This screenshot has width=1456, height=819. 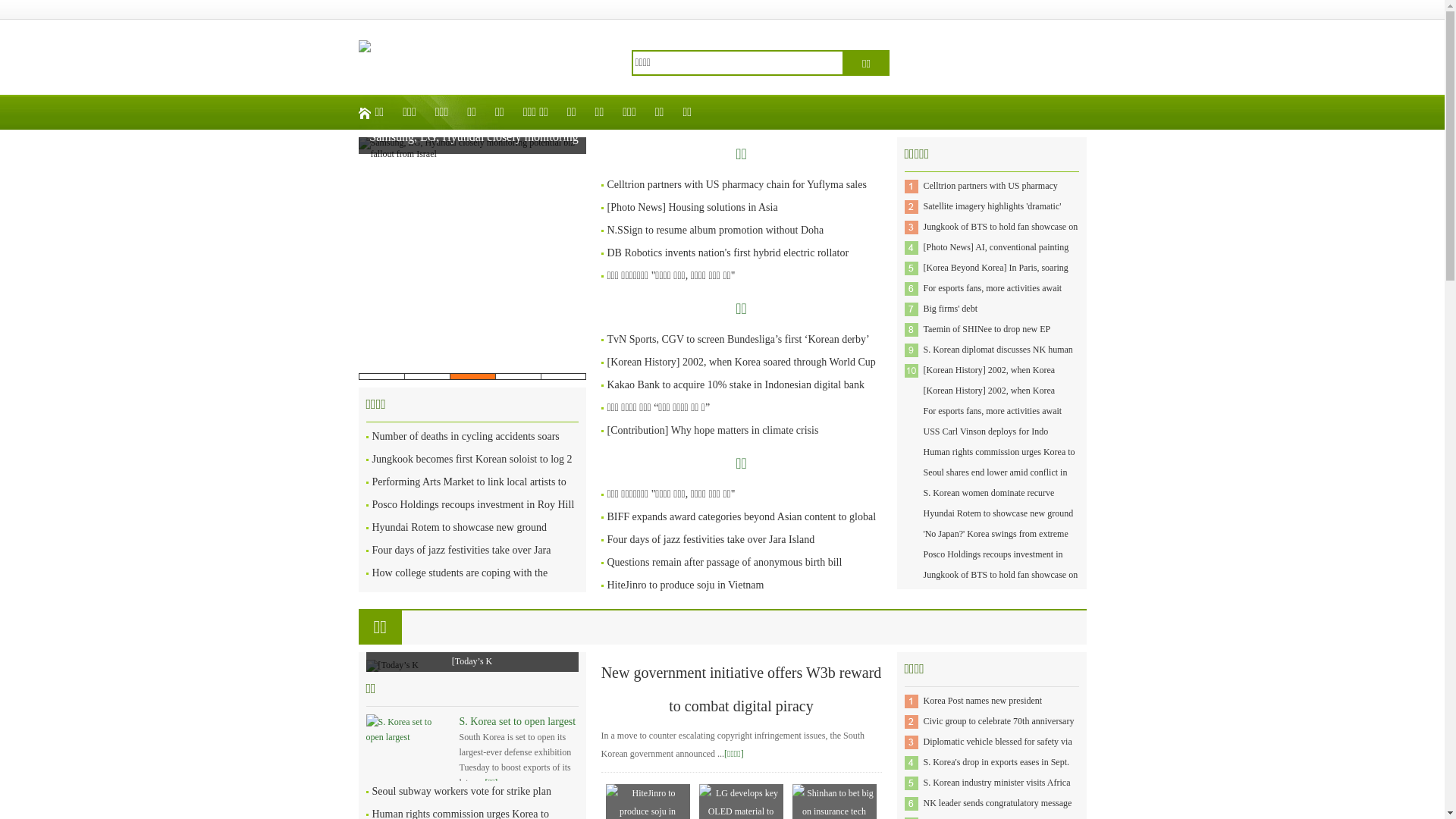 What do you see at coordinates (460, 790) in the screenshot?
I see `'Seoul subway workers vote for strike plan'` at bounding box center [460, 790].